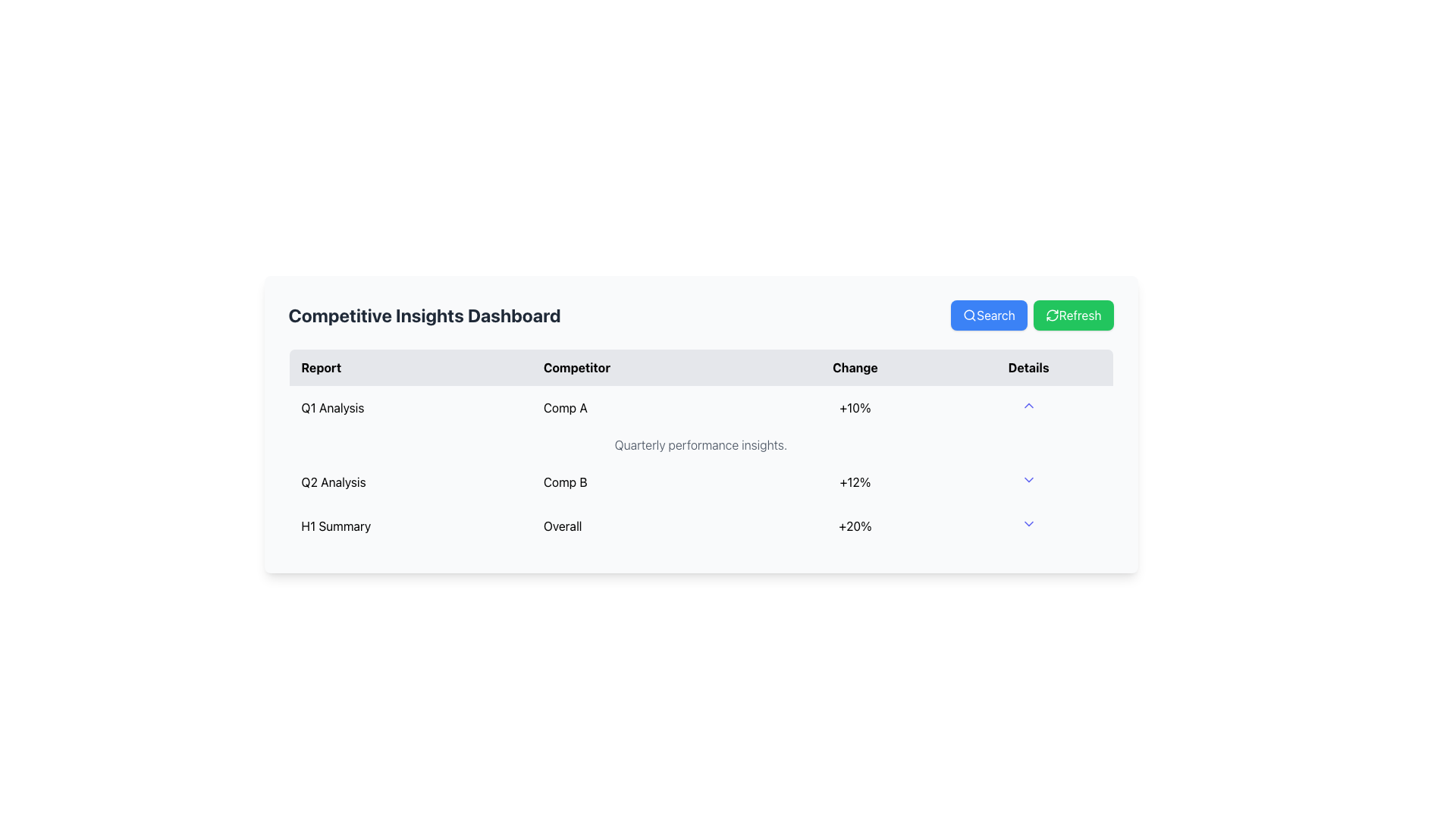 The width and height of the screenshot is (1456, 819). Describe the element at coordinates (700, 482) in the screenshot. I see `on the second row of the table displaying Q2 analysis results for 'Comp B'` at that location.